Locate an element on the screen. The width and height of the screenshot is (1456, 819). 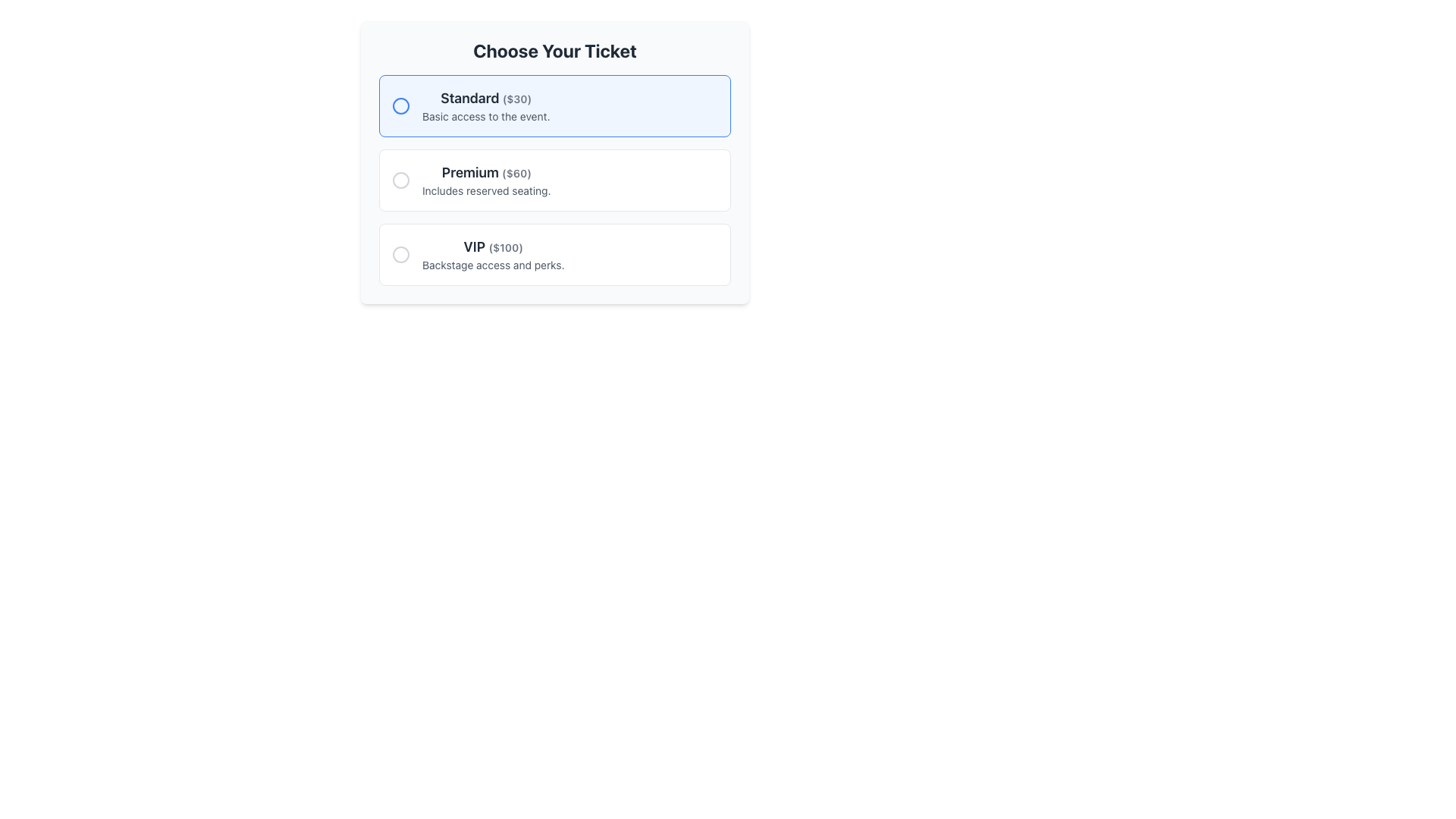
text of the 'Premium ($60)' label, which serves as the primary header for the ticket selection UI is located at coordinates (486, 171).